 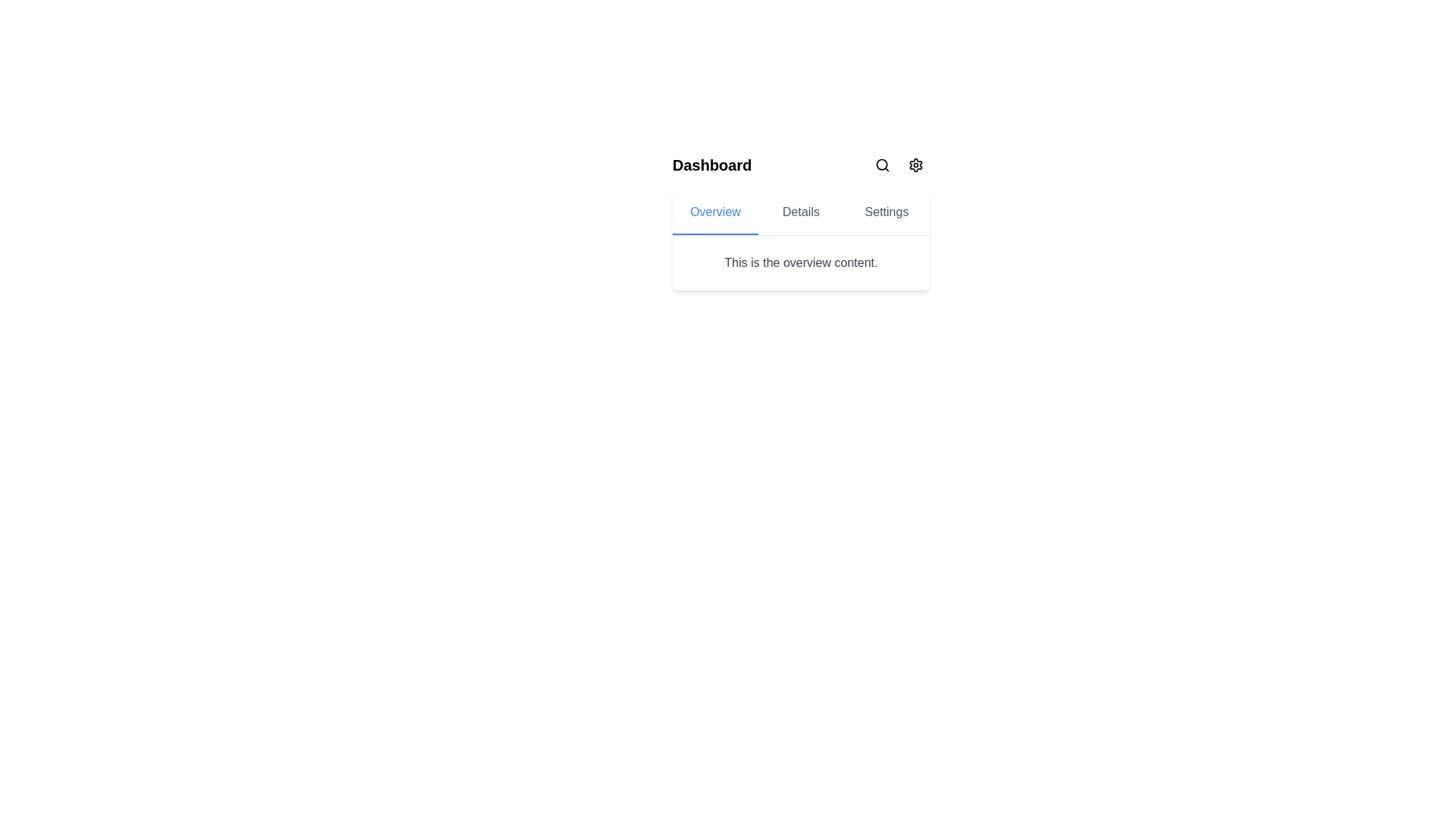 What do you see at coordinates (714, 213) in the screenshot?
I see `the 'Overview' tab located at the top-left of the main content area` at bounding box center [714, 213].